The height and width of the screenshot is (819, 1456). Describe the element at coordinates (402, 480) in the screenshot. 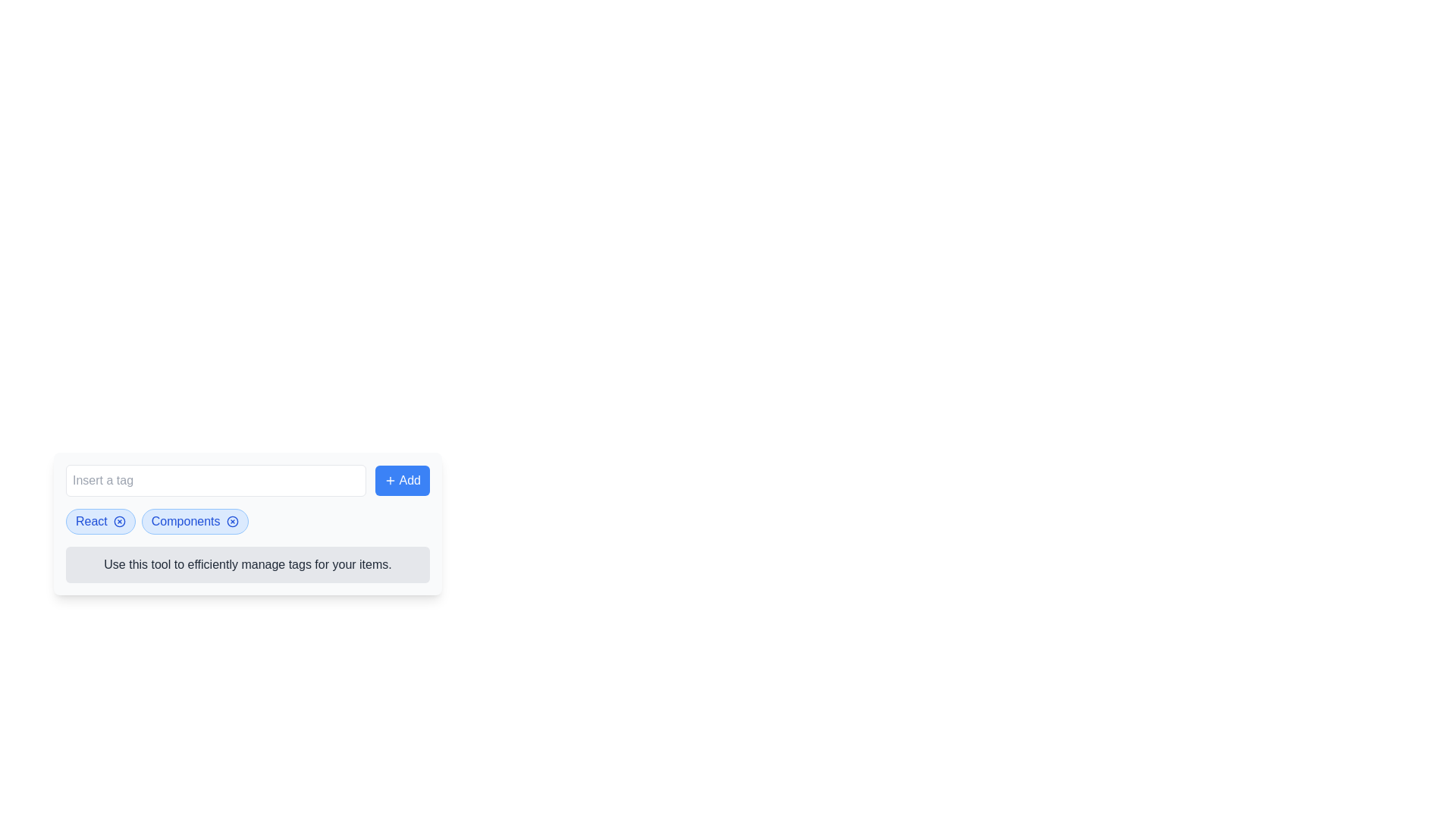

I see `the button that allows users to add tags, located to the right of the 'Insert a tag' input field` at that location.